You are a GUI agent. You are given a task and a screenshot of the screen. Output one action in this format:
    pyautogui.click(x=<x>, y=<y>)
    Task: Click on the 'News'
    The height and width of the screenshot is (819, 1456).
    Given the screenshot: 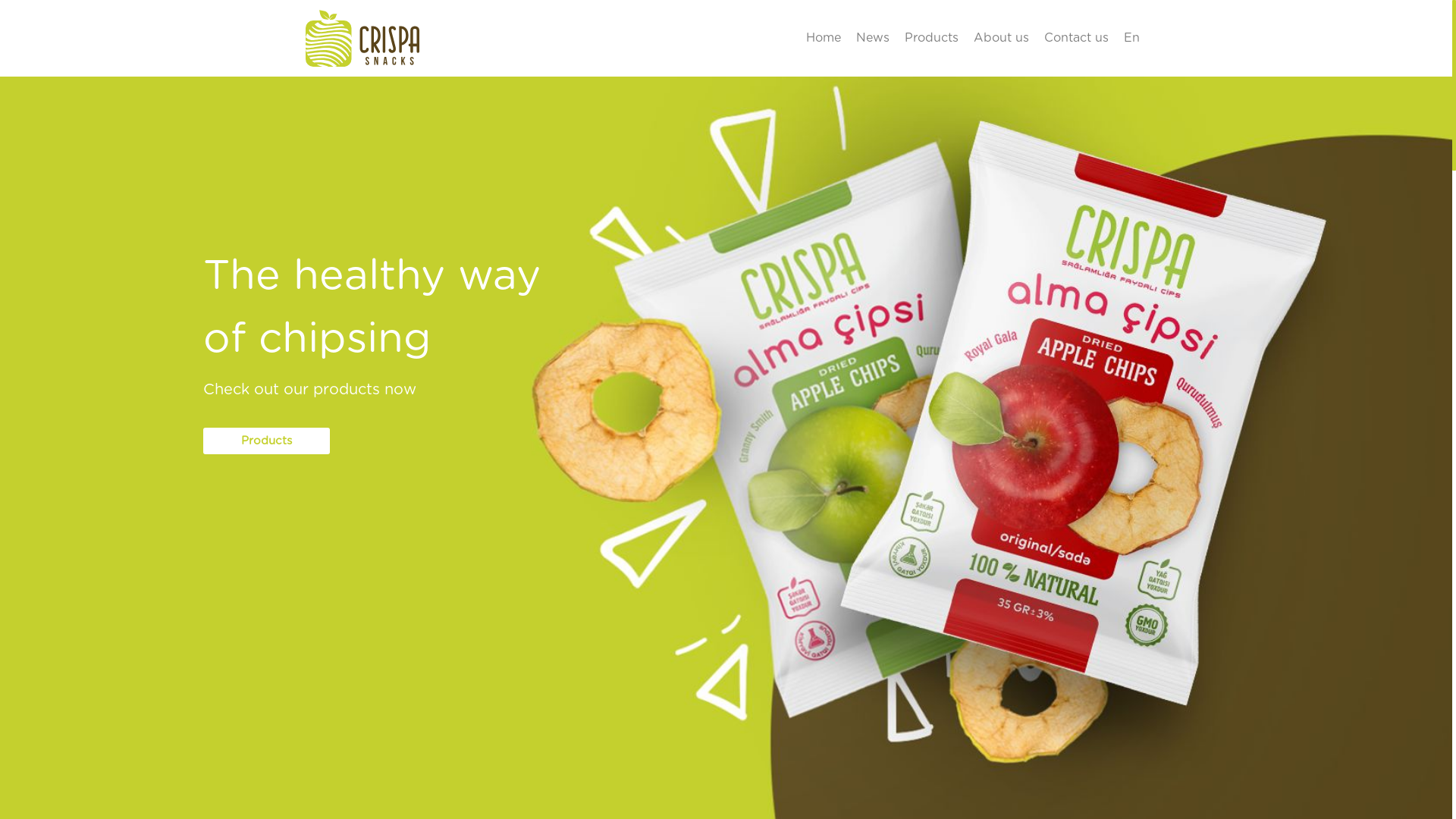 What is the action you would take?
    pyautogui.click(x=847, y=37)
    